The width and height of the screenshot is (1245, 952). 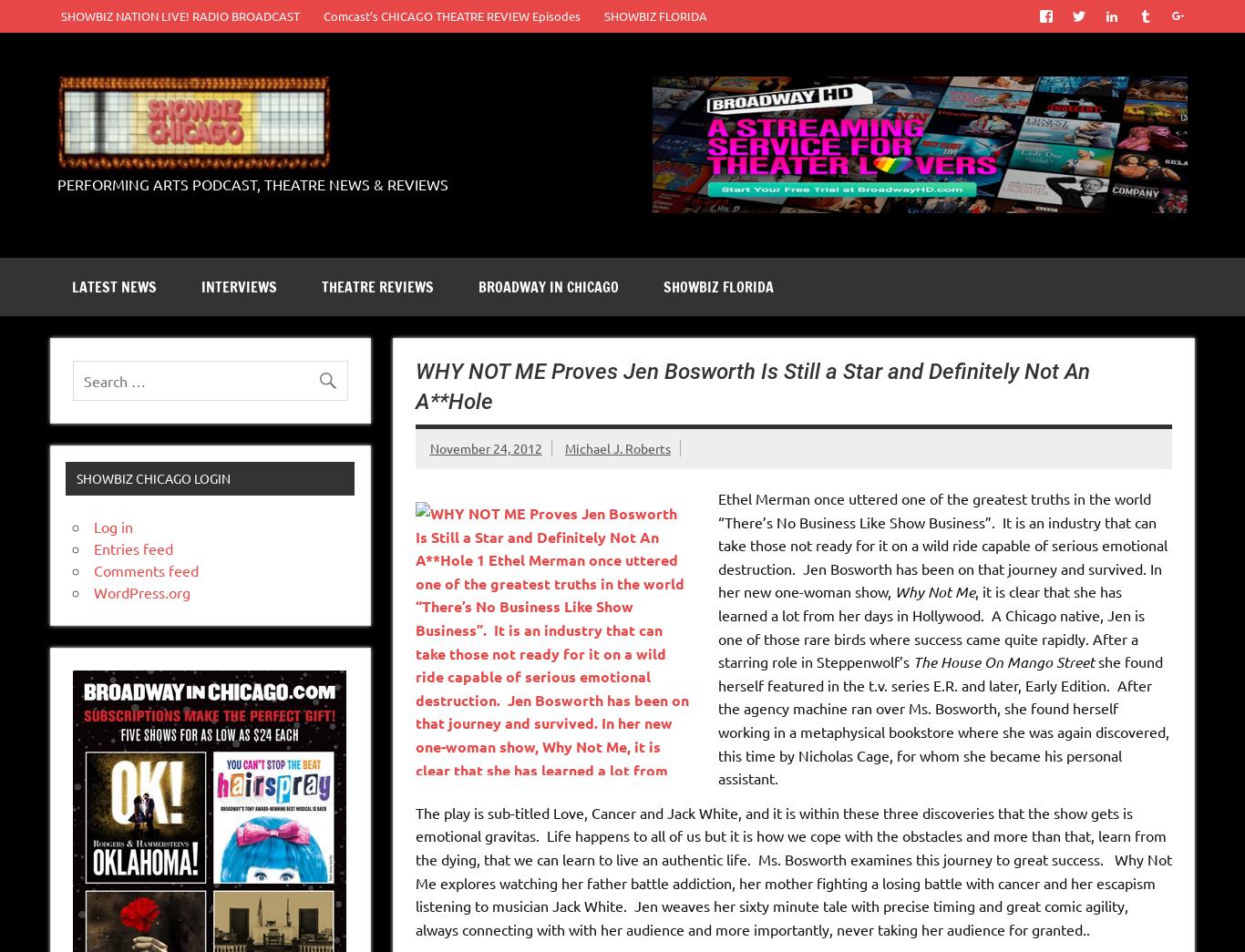 I want to click on 'Log in', so click(x=111, y=526).